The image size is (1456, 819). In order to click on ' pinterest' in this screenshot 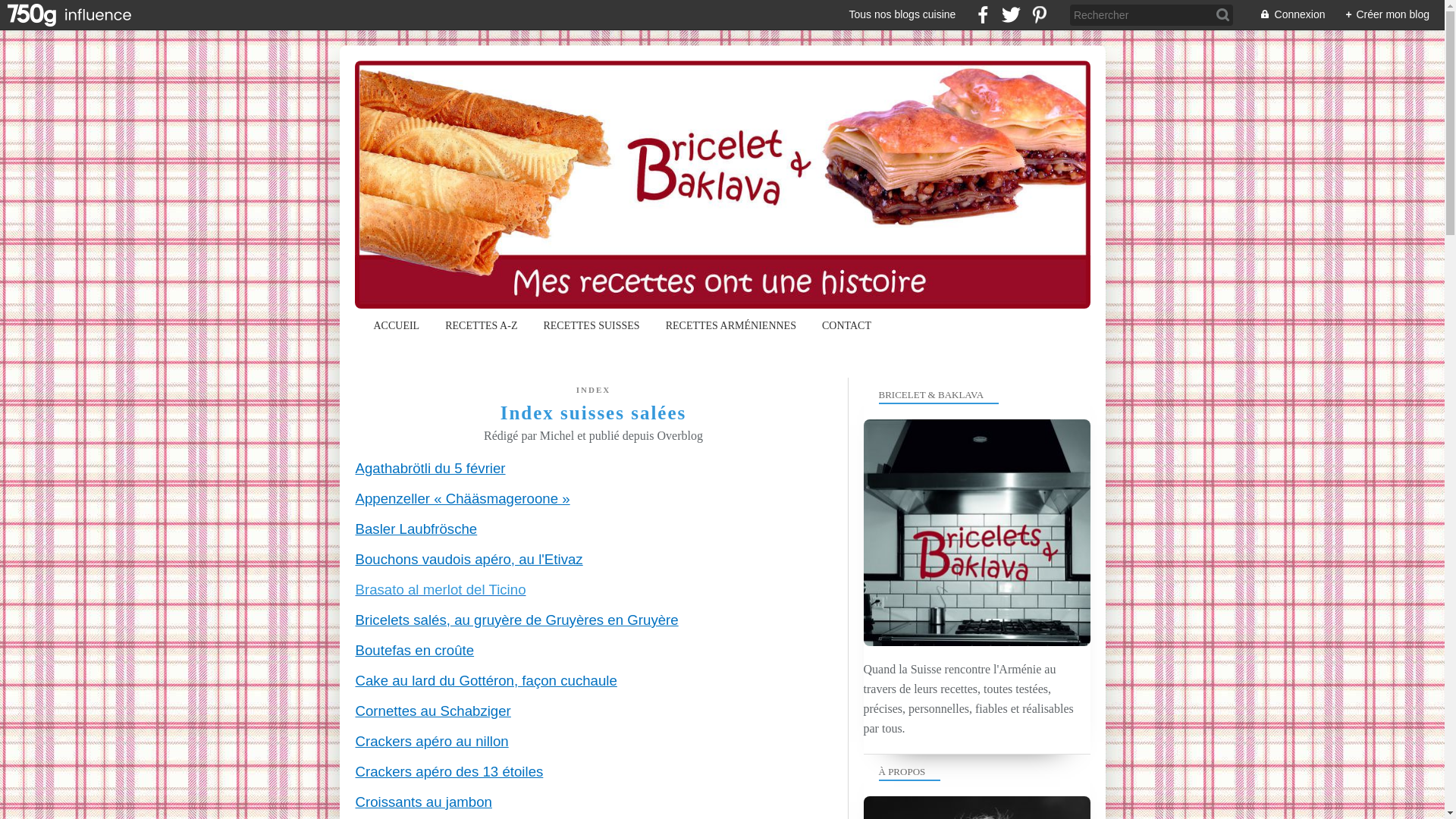, I will do `click(1038, 14)`.